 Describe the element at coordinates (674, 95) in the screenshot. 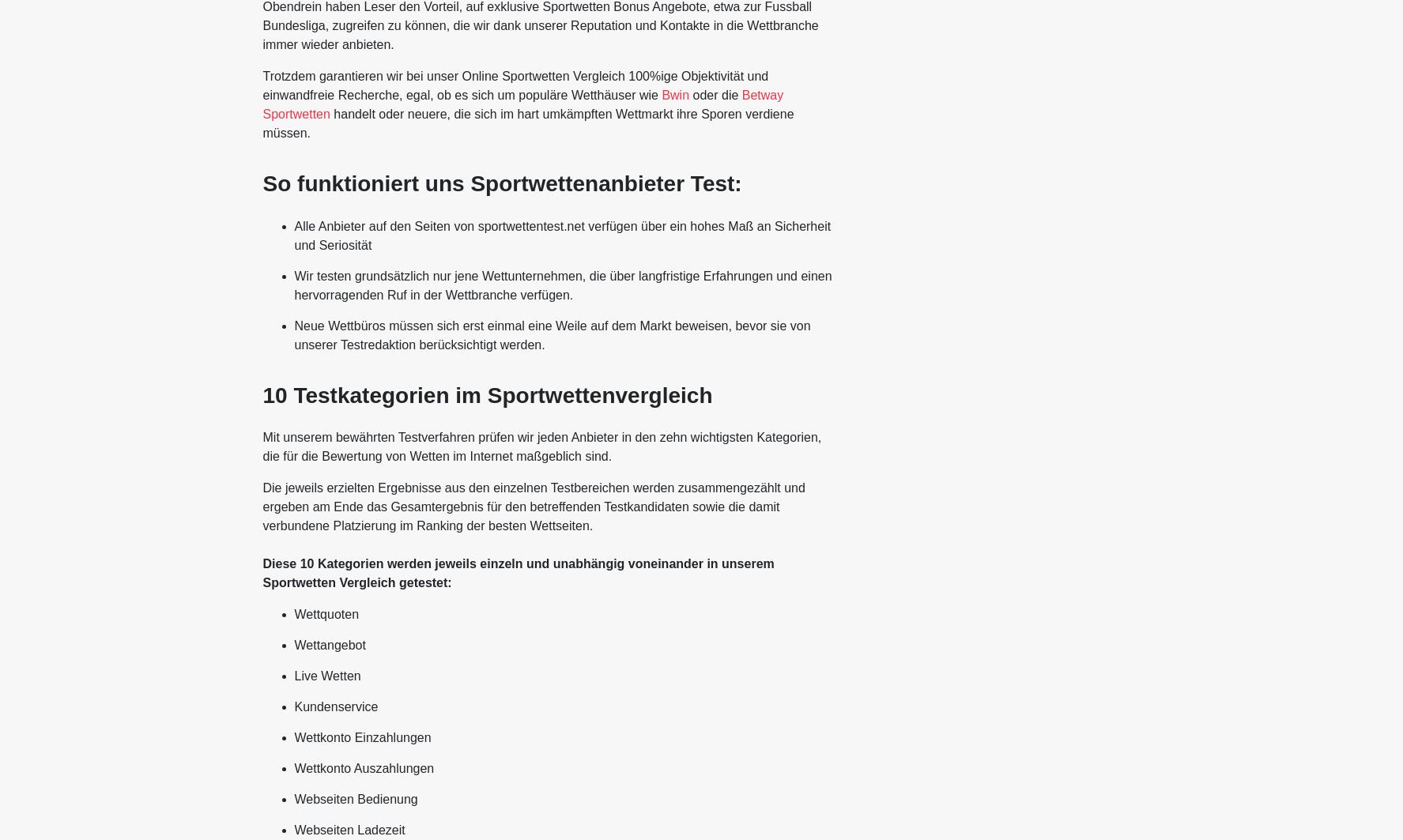

I see `'Bwin'` at that location.